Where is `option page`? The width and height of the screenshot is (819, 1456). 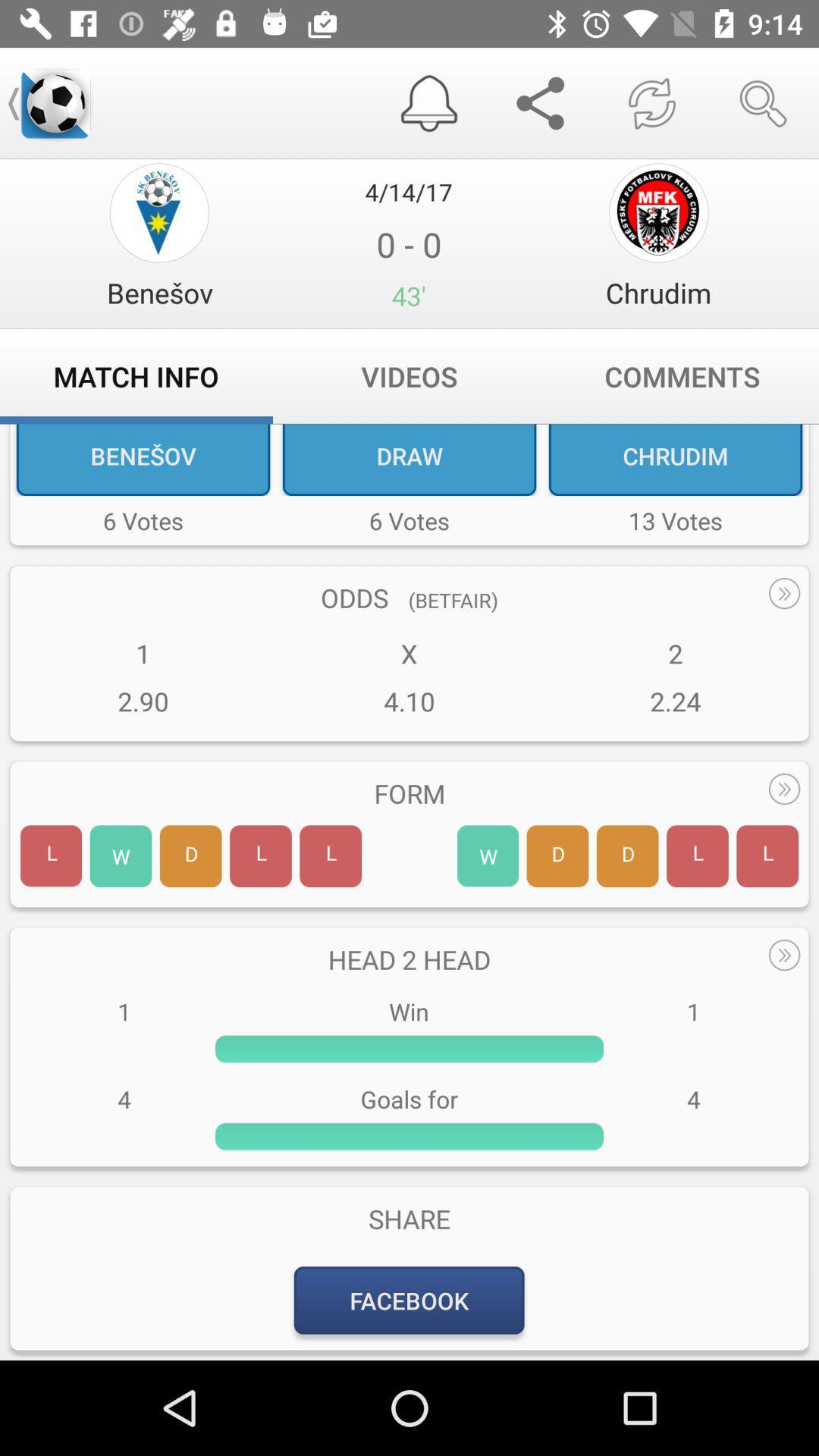
option page is located at coordinates (159, 212).